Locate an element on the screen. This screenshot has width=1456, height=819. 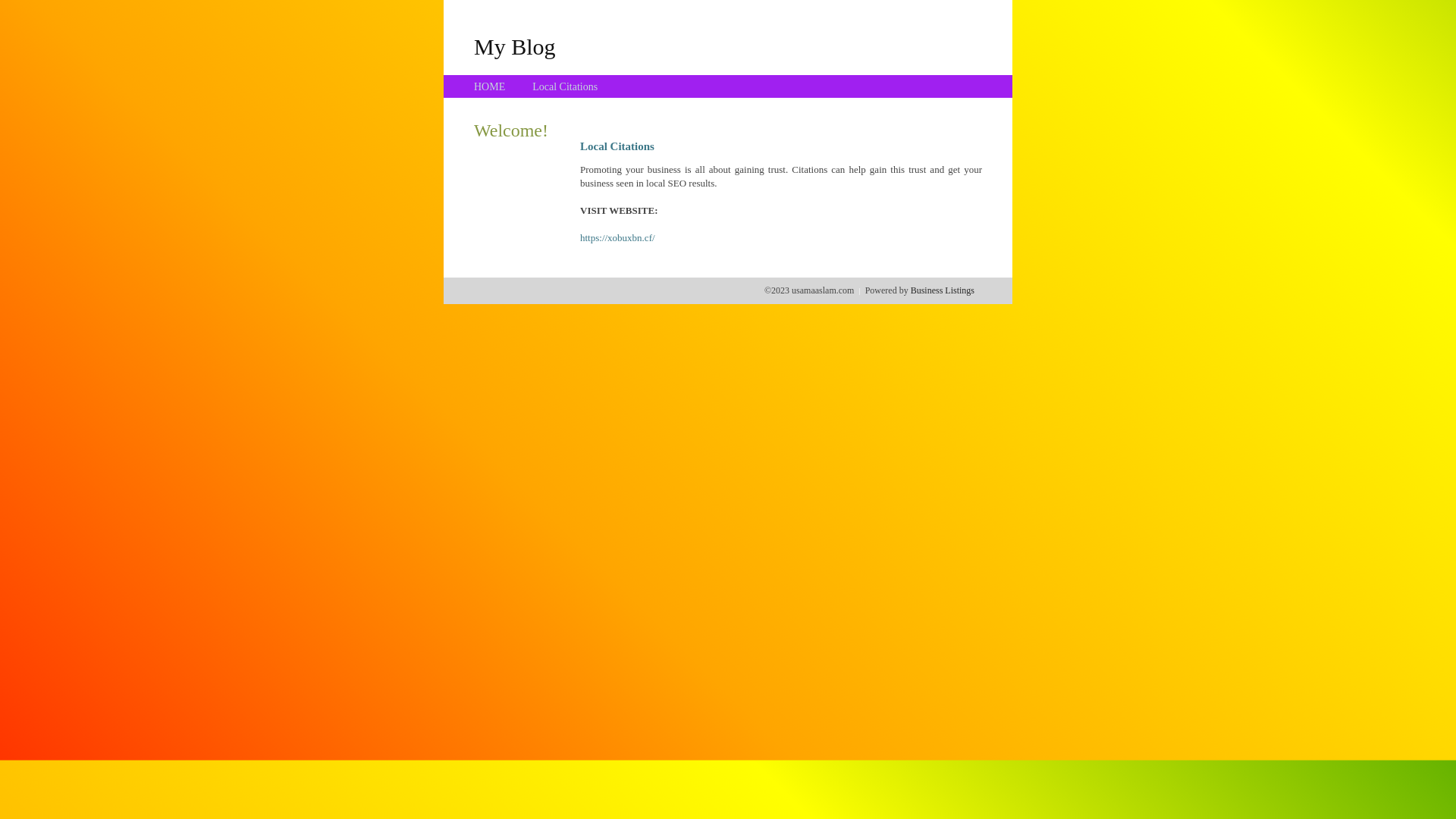
'Local Citations' is located at coordinates (563, 86).